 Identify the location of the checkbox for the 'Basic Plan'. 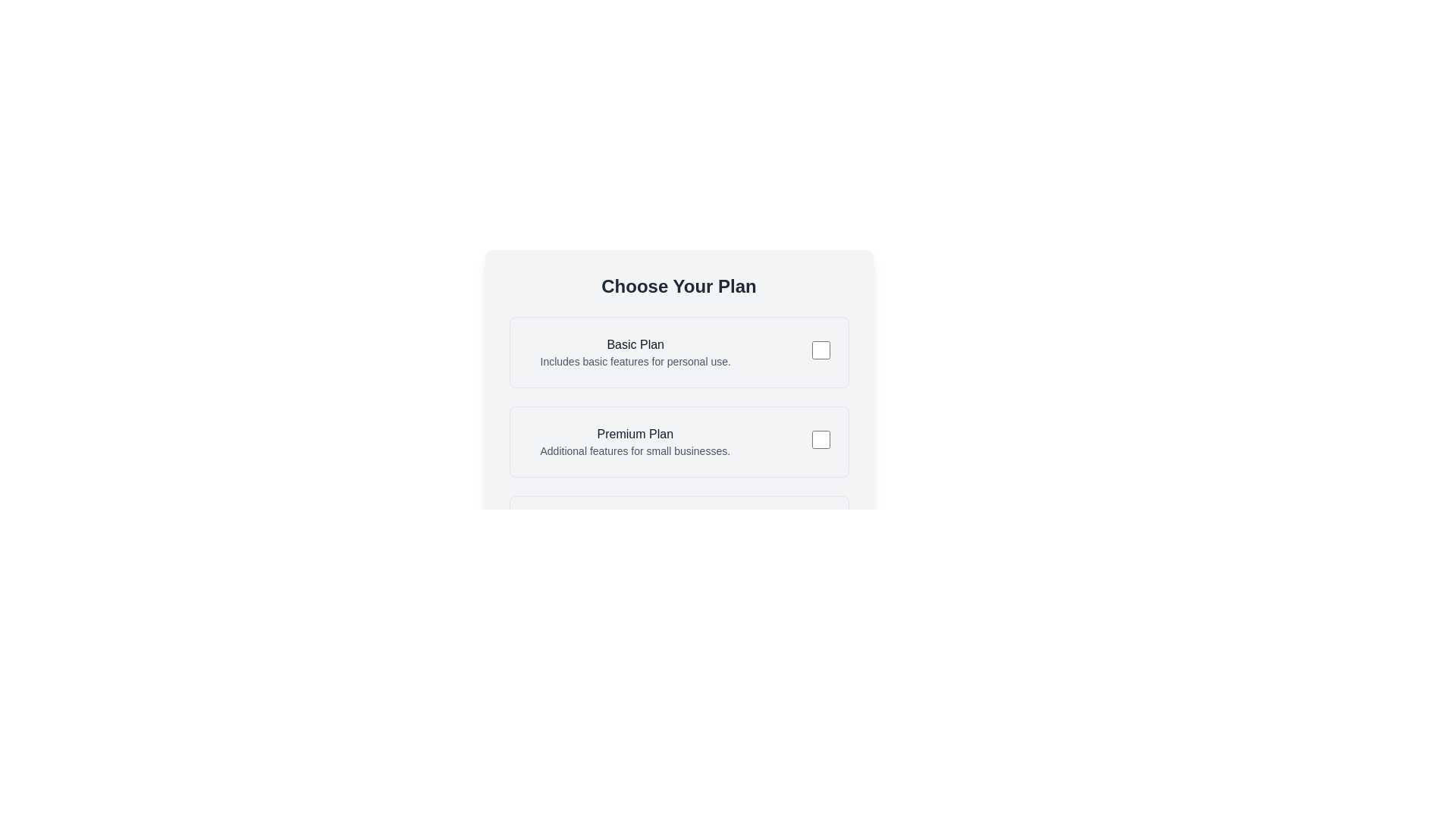
(820, 350).